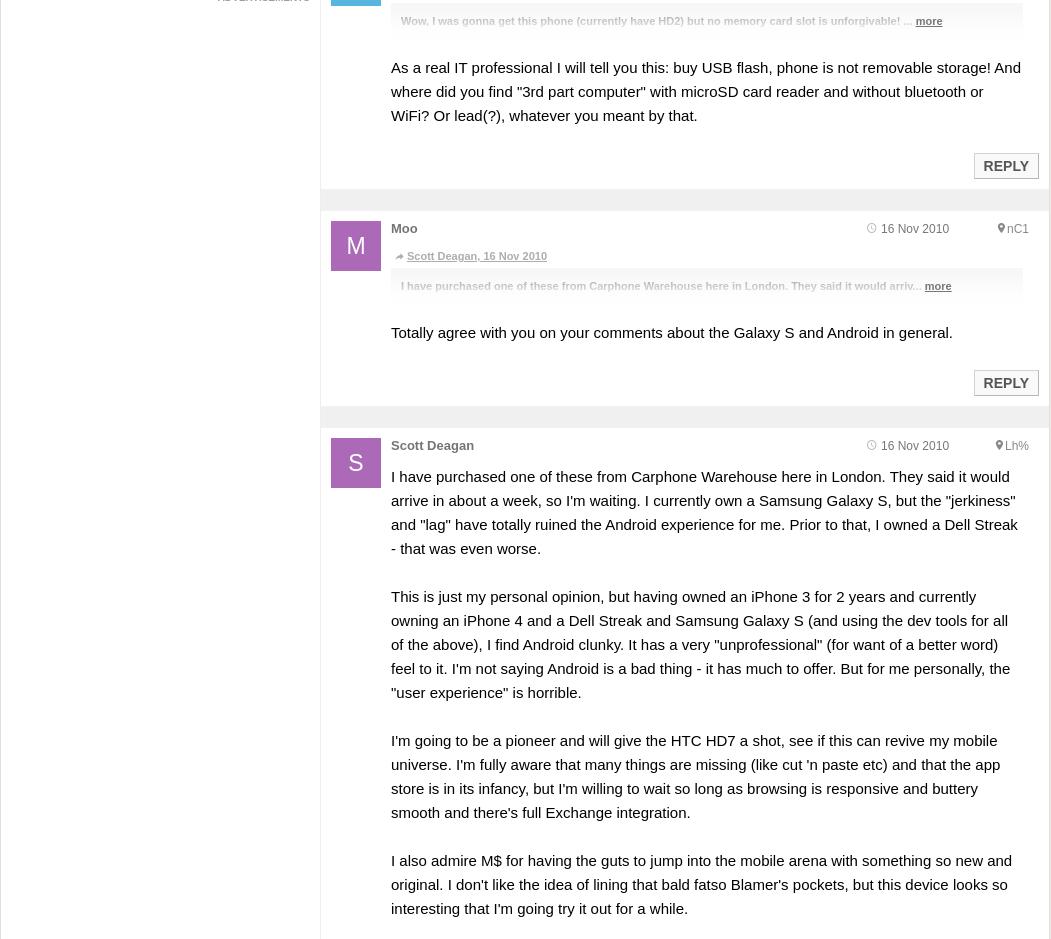  What do you see at coordinates (662, 285) in the screenshot?
I see `'I have purchased one of these from Carphone Warehouse here in London. They said it would arriv...'` at bounding box center [662, 285].